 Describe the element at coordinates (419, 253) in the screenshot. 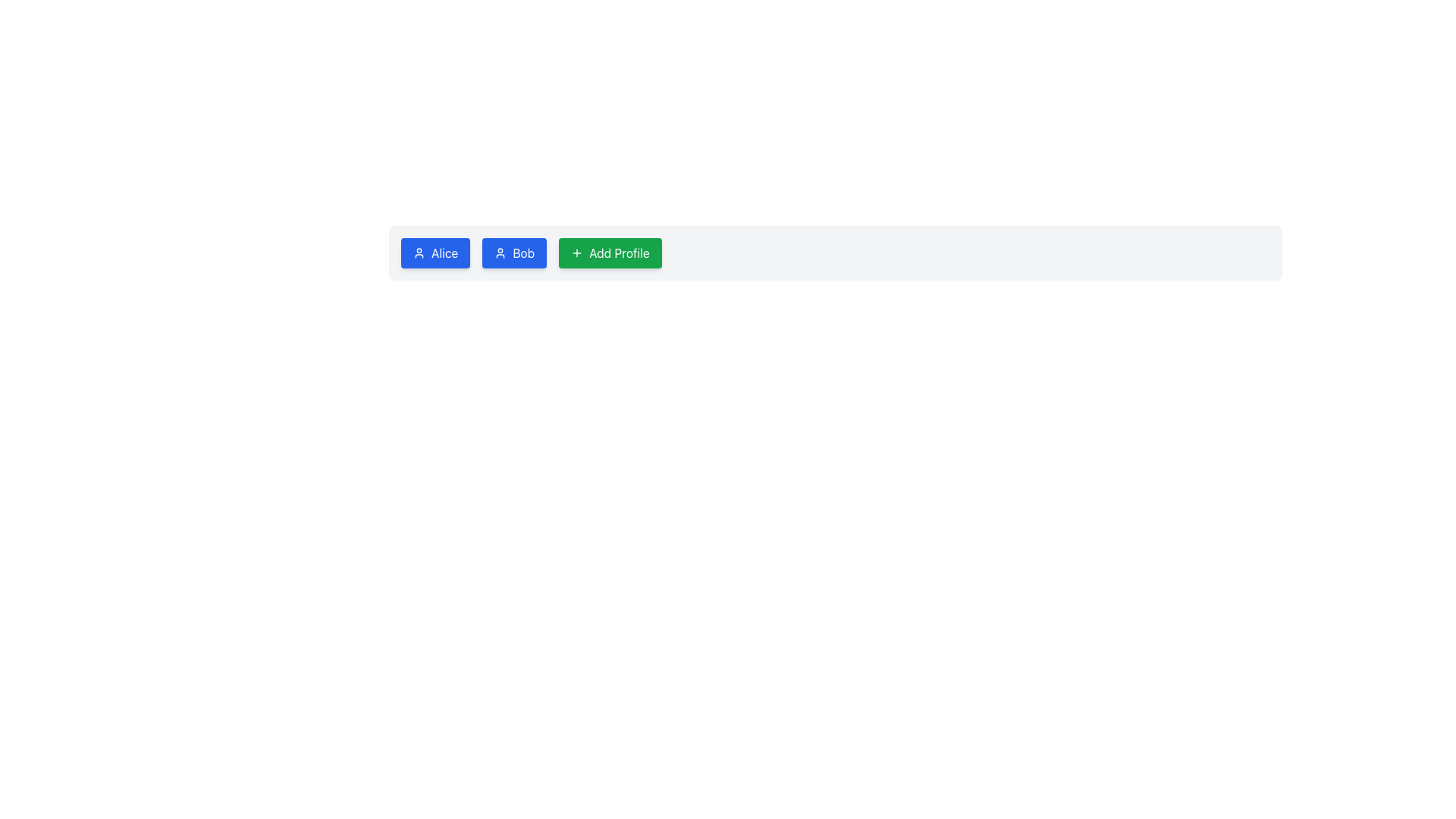

I see `the circular user icon that is white on a blue background, located to the left of the text 'Alice'` at that location.